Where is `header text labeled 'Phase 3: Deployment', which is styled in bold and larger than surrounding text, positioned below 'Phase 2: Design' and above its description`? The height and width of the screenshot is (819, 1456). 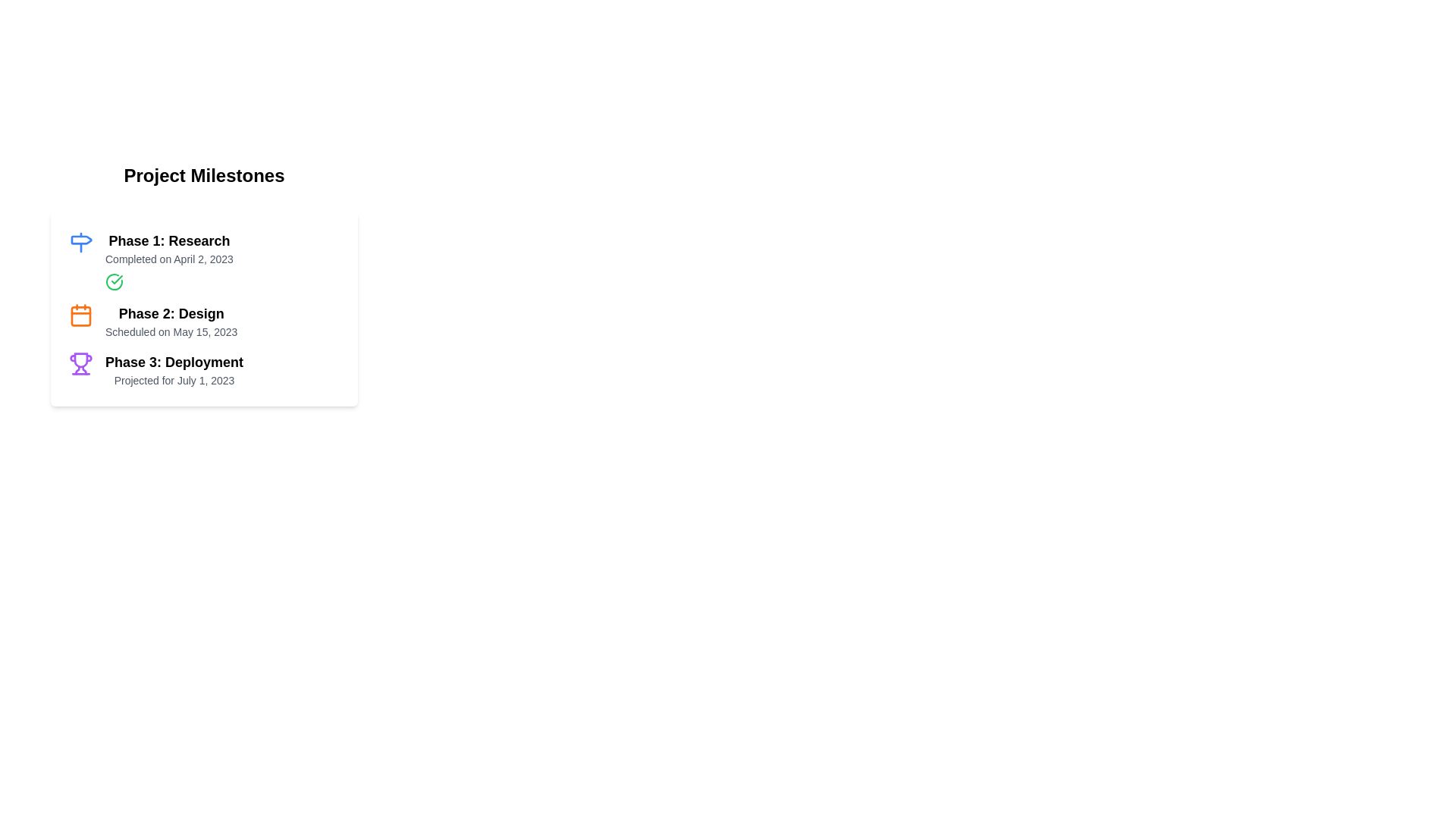
header text labeled 'Phase 3: Deployment', which is styled in bold and larger than surrounding text, positioned below 'Phase 2: Design' and above its description is located at coordinates (174, 362).